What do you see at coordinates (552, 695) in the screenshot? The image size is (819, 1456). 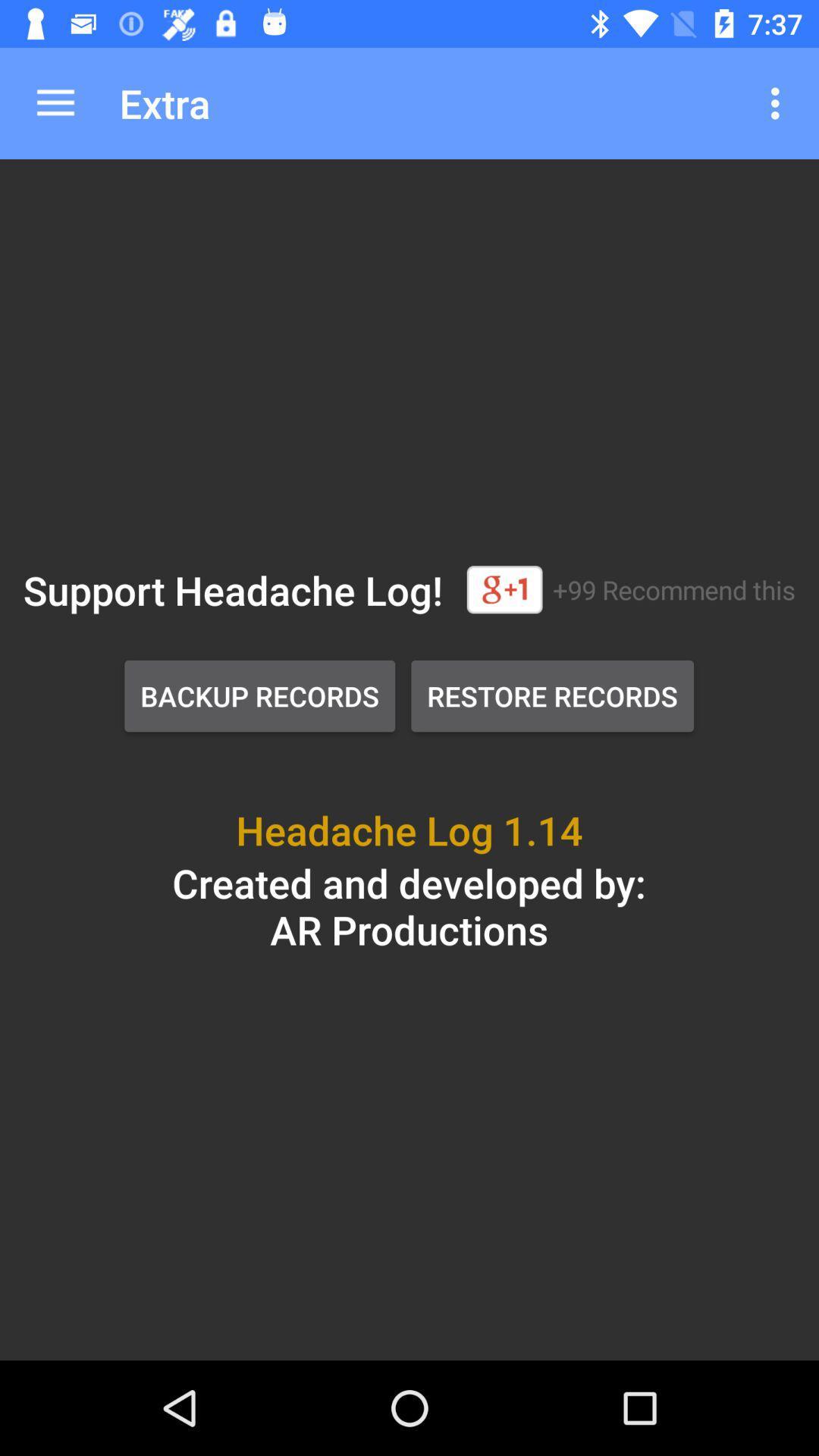 I see `the item to the right of the backup records button` at bounding box center [552, 695].